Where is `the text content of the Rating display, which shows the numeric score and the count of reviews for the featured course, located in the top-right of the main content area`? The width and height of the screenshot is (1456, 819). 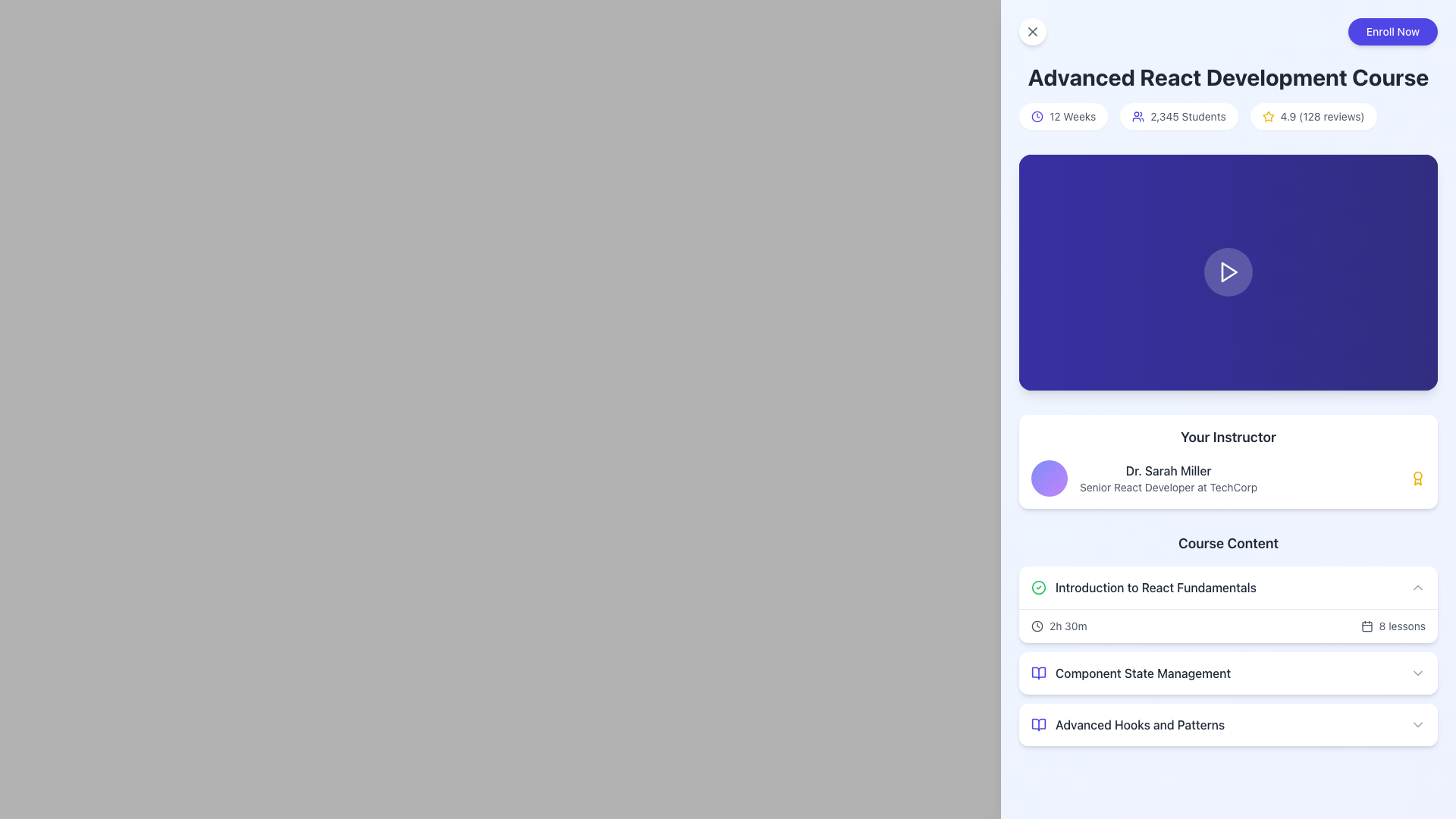
the text content of the Rating display, which shows the numeric score and the count of reviews for the featured course, located in the top-right of the main content area is located at coordinates (1322, 116).